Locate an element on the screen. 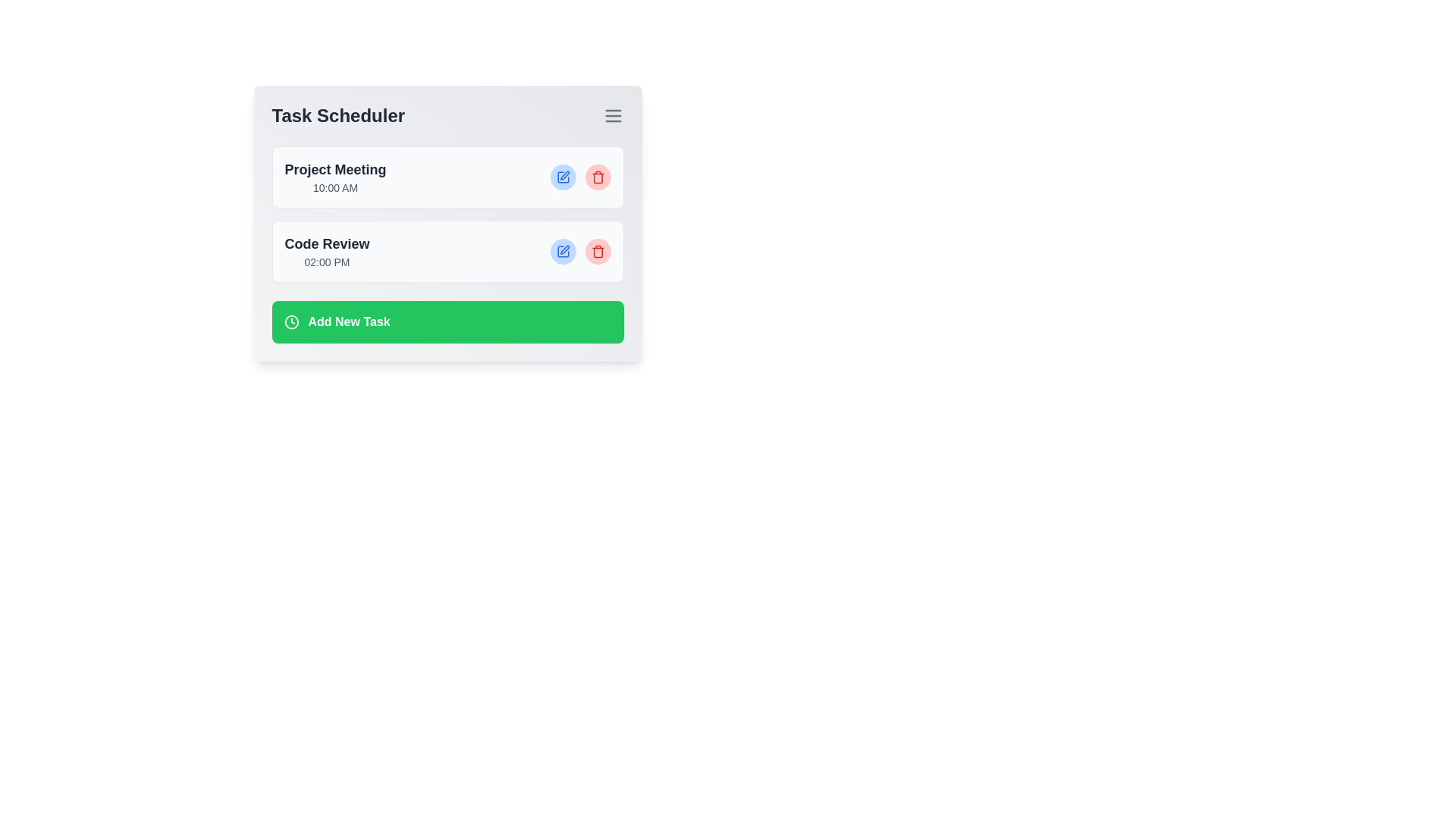 Image resolution: width=1456 pixels, height=819 pixels. the task list item labeled 'Project Meeting' with the time '10:00 AM' is located at coordinates (334, 177).